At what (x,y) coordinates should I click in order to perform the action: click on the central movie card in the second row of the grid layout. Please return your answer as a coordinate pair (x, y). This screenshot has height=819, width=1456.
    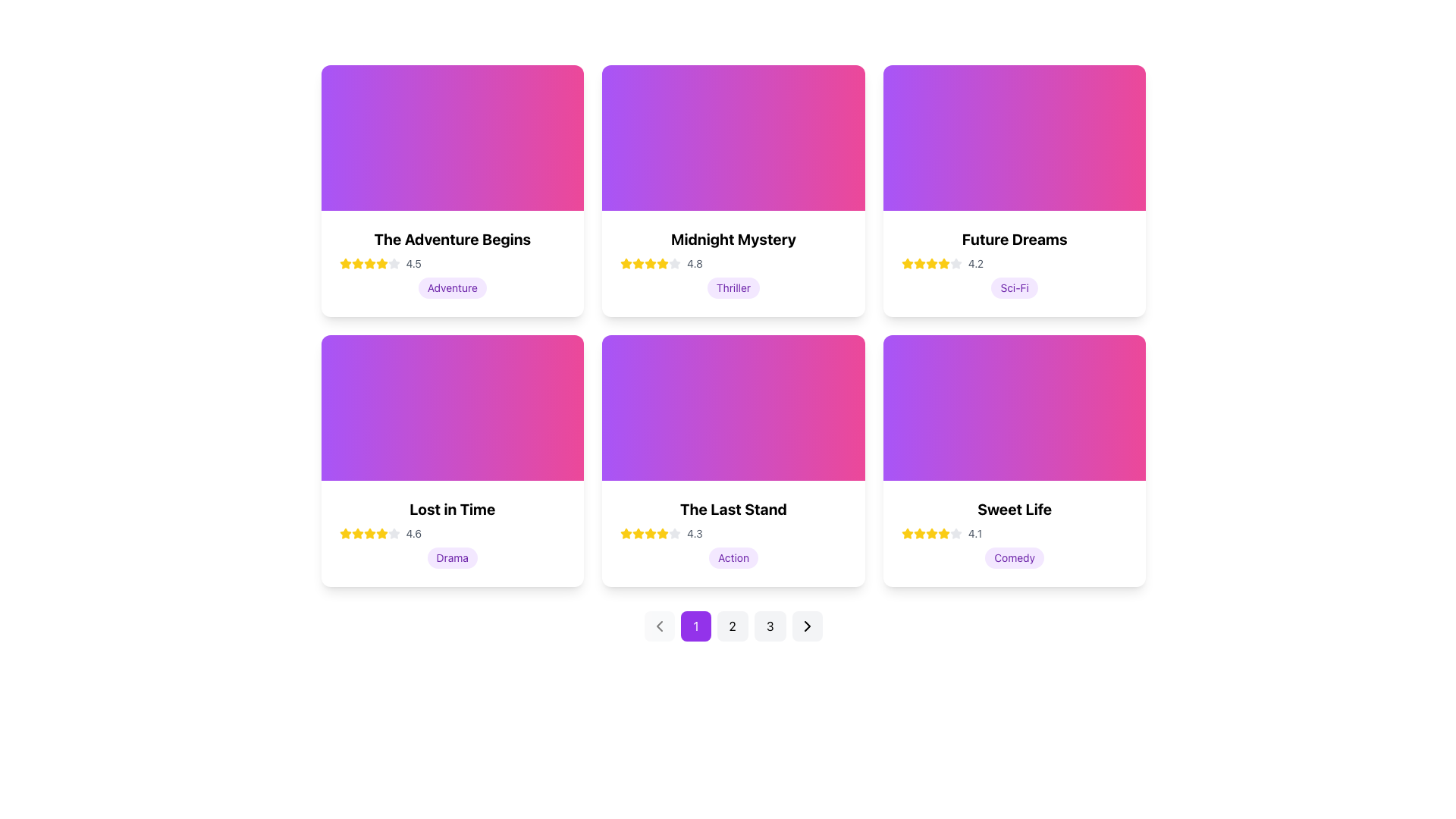
    Looking at the image, I should click on (733, 533).